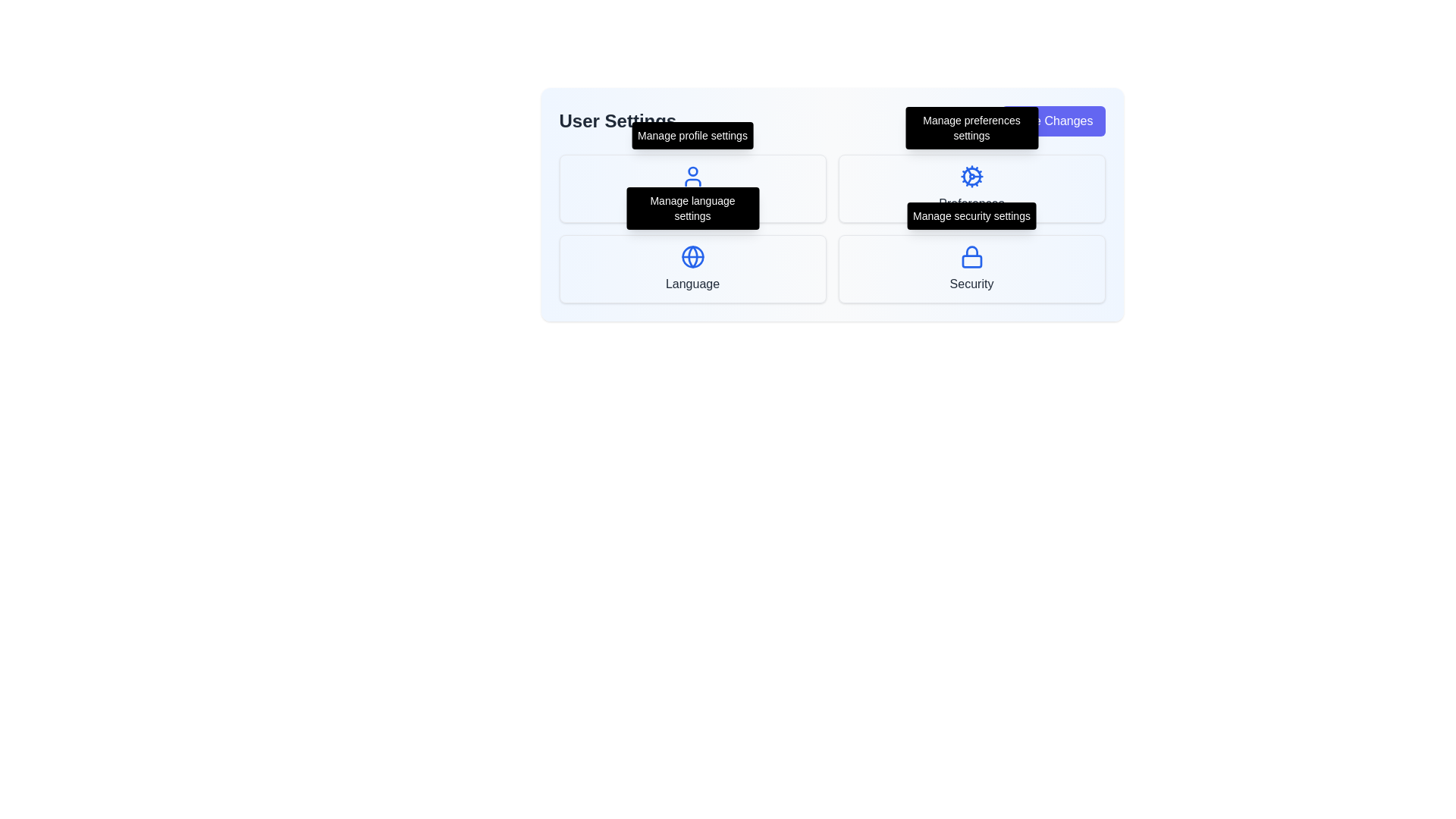 This screenshot has width=1456, height=819. I want to click on the blue globe icon located above the 'Language' label in the 'User Settings' section, so click(692, 256).